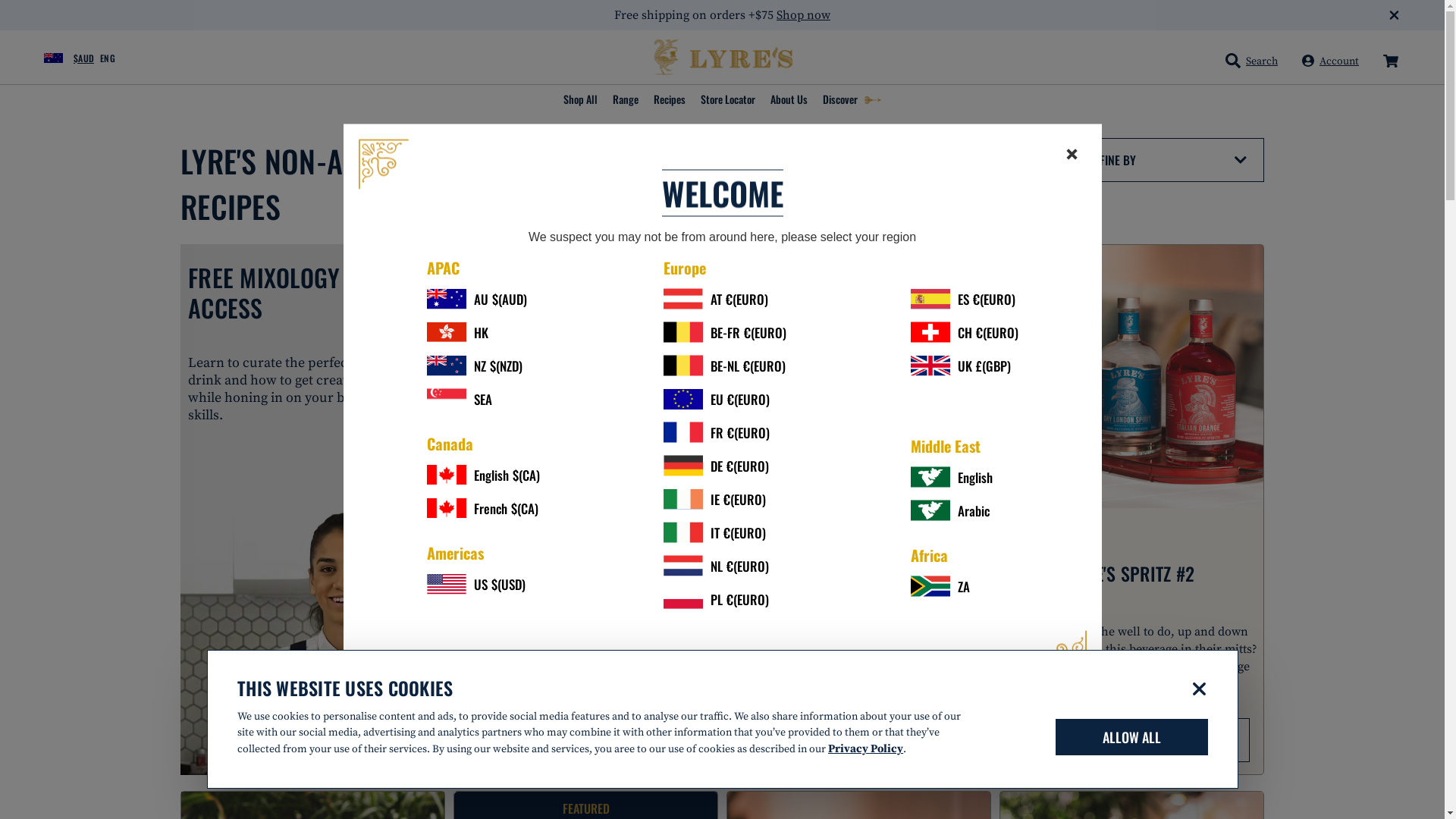 This screenshot has width=1456, height=819. Describe the element at coordinates (579, 99) in the screenshot. I see `'Shop All'` at that location.